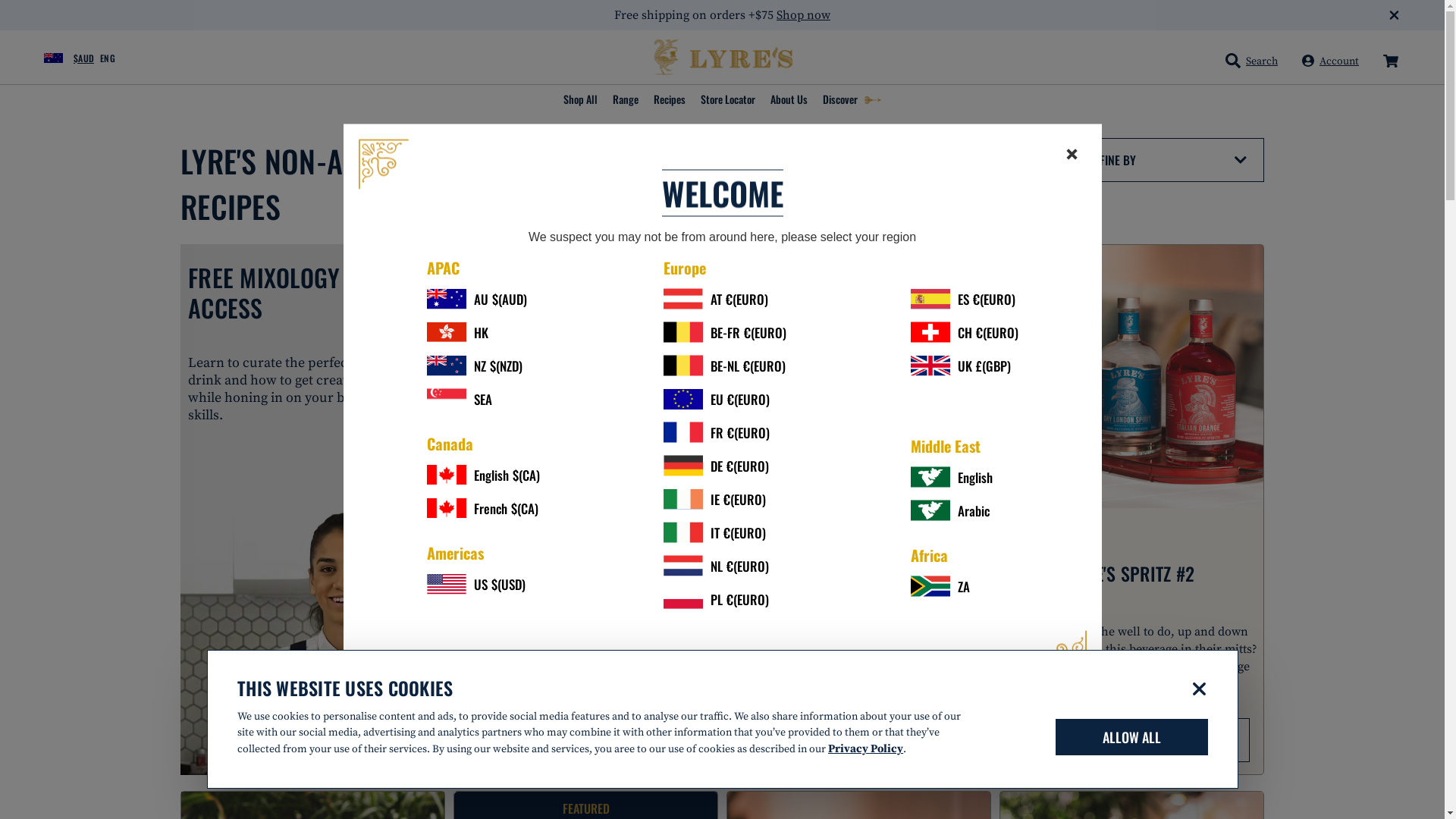 This screenshot has width=1456, height=819. Describe the element at coordinates (579, 99) in the screenshot. I see `'Shop All'` at that location.